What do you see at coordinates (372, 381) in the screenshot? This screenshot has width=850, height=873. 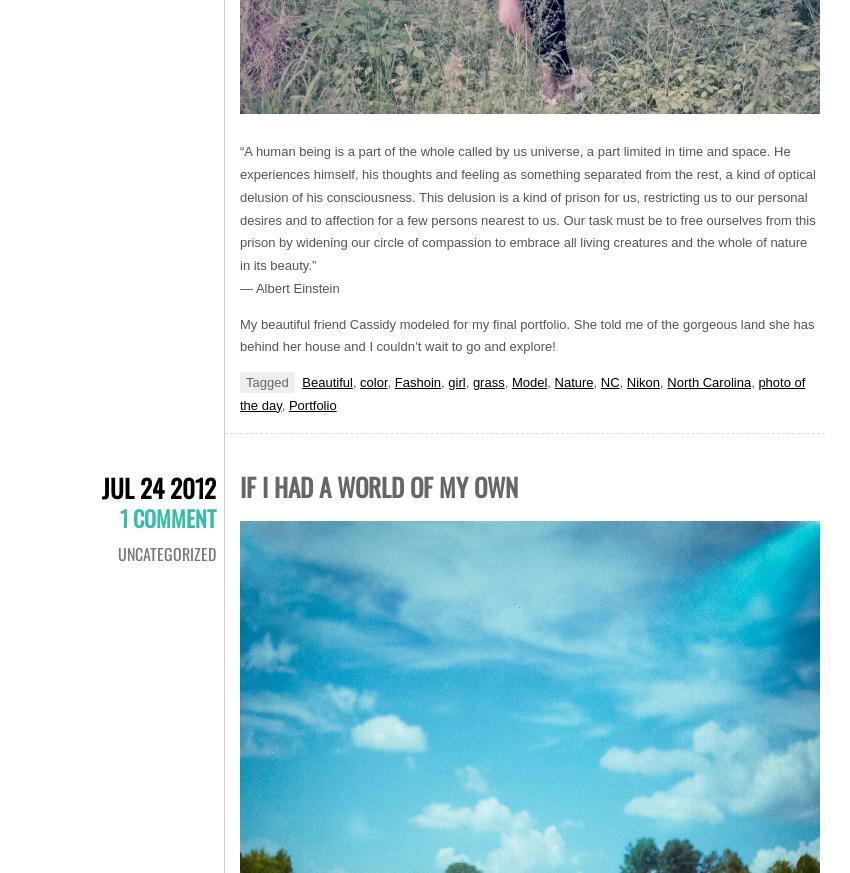 I see `'color'` at bounding box center [372, 381].